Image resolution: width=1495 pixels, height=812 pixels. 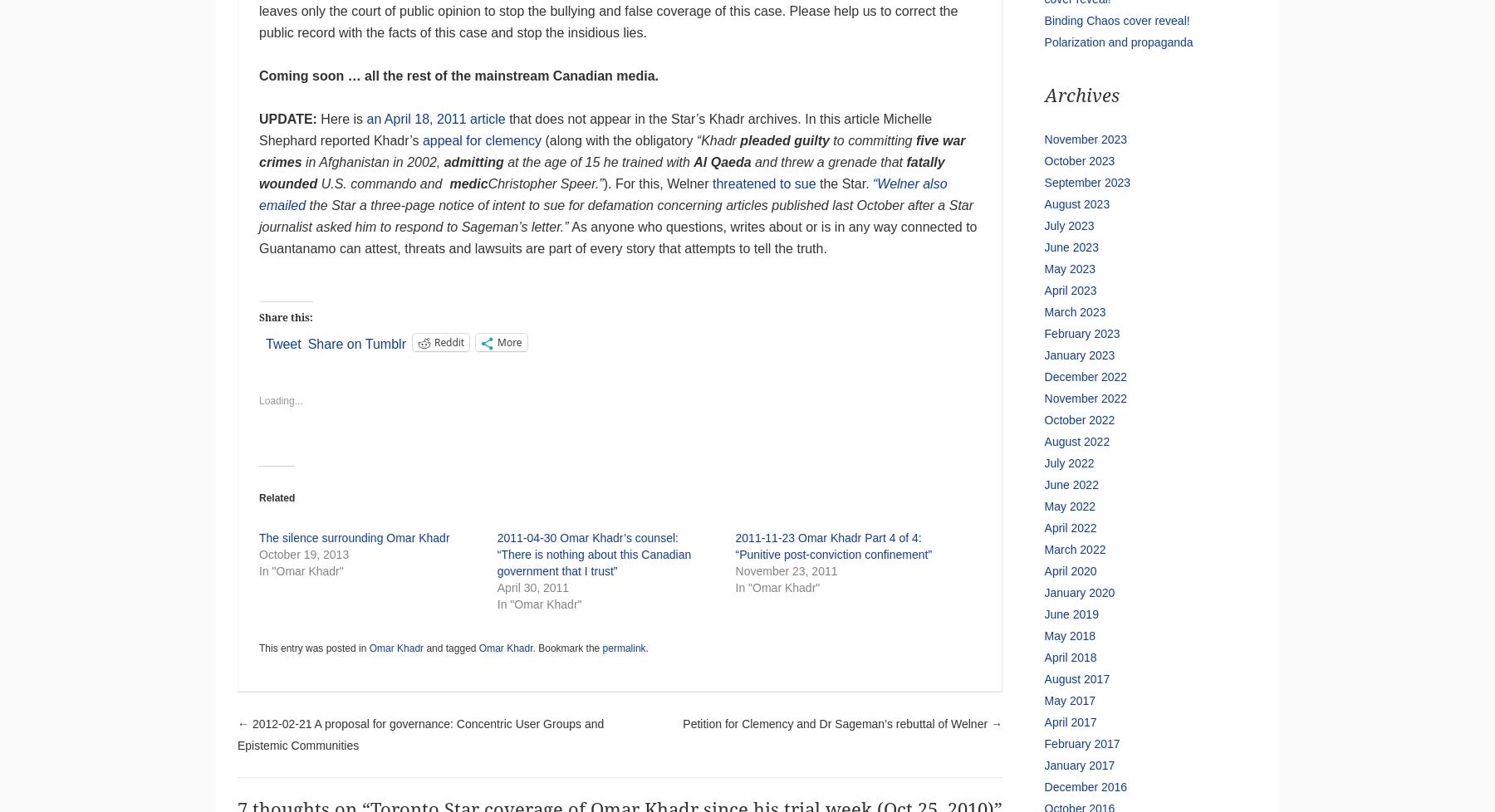 I want to click on 'UPDATE:', so click(x=287, y=119).